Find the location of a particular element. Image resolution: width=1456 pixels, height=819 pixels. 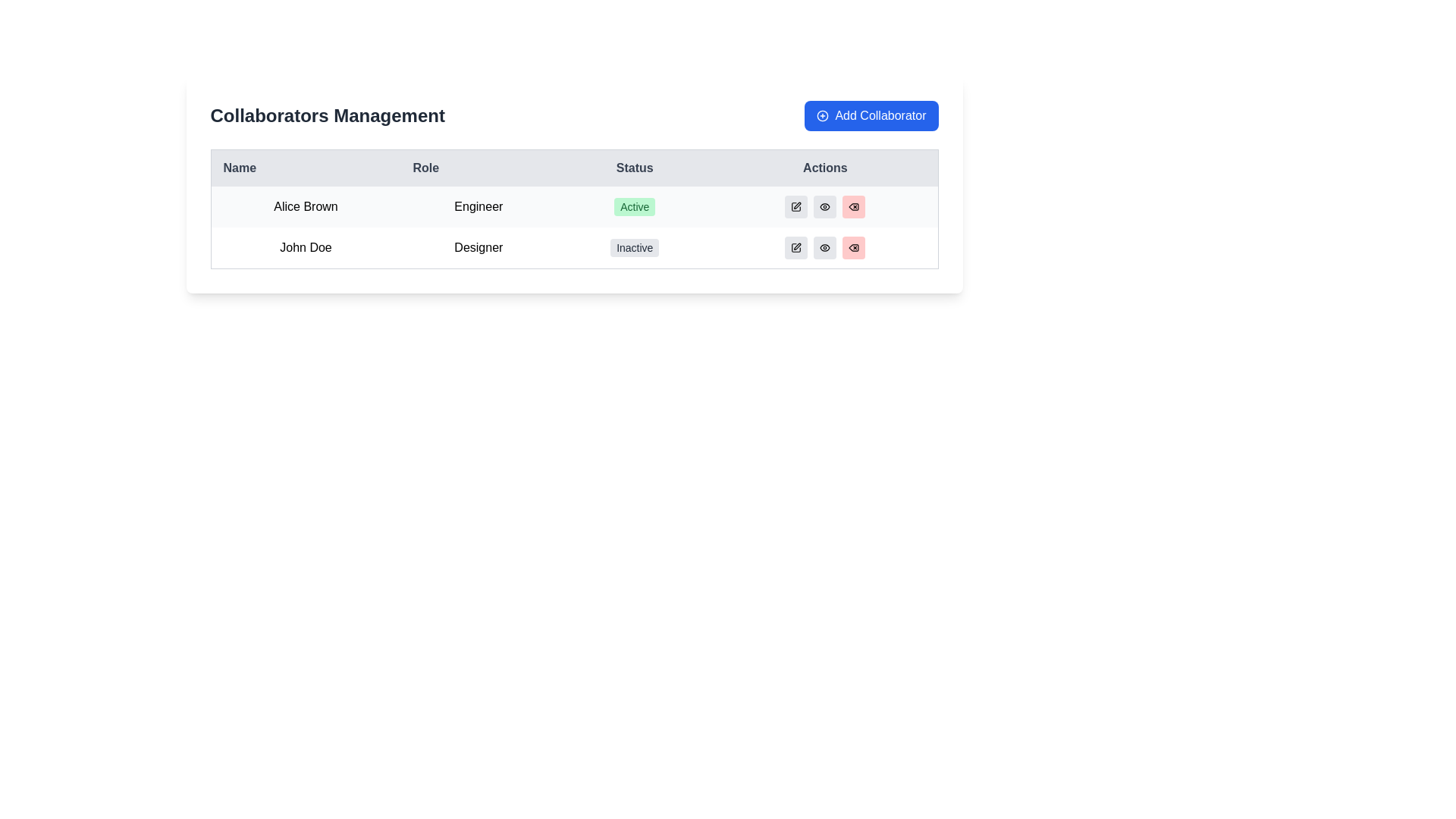

the edit icon button located in the 'Actions' column of the first row of the table to initiate an edit action is located at coordinates (795, 207).